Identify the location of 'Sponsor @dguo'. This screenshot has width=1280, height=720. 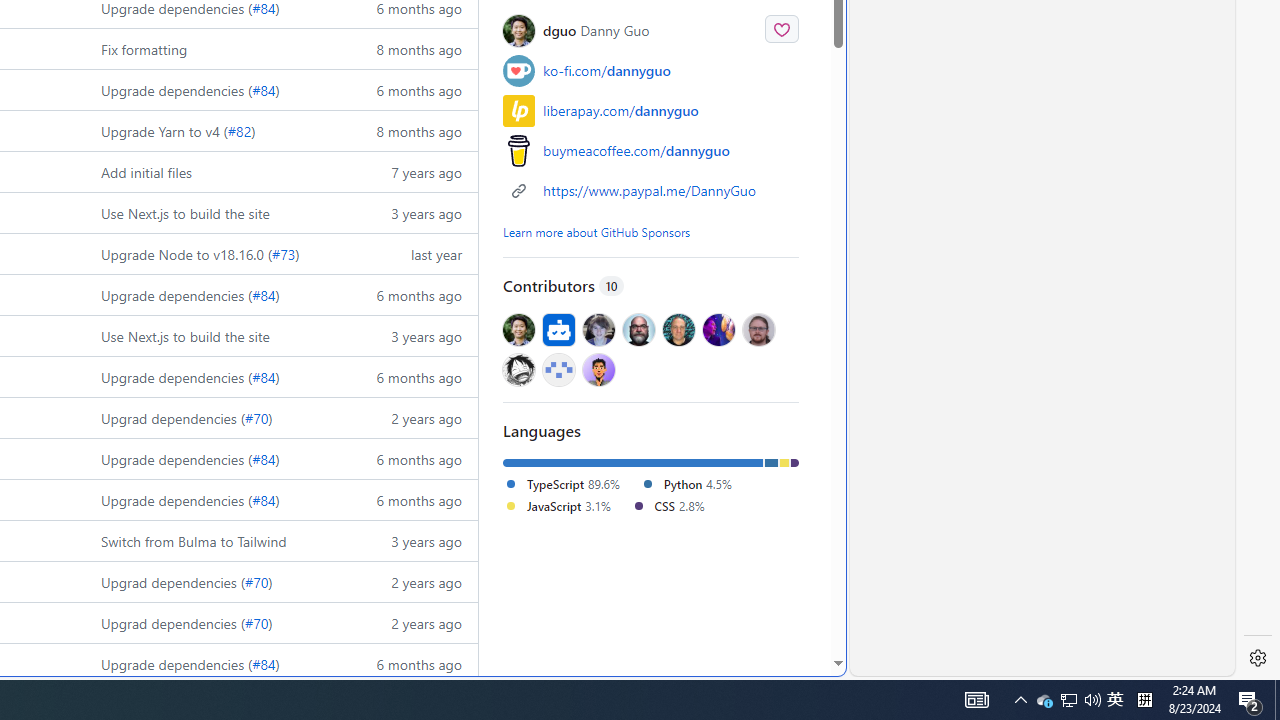
(781, 28).